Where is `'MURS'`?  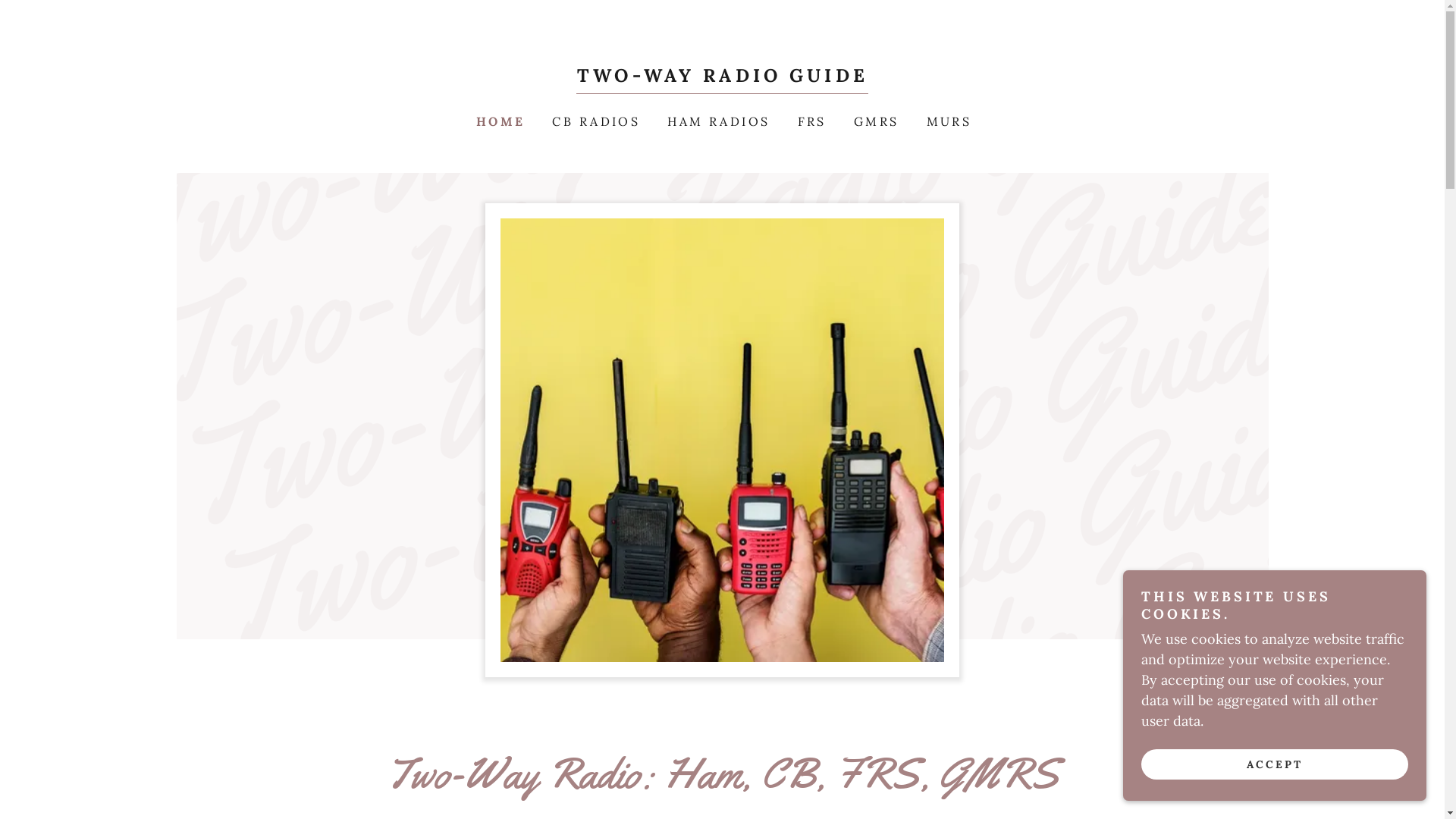 'MURS' is located at coordinates (918, 120).